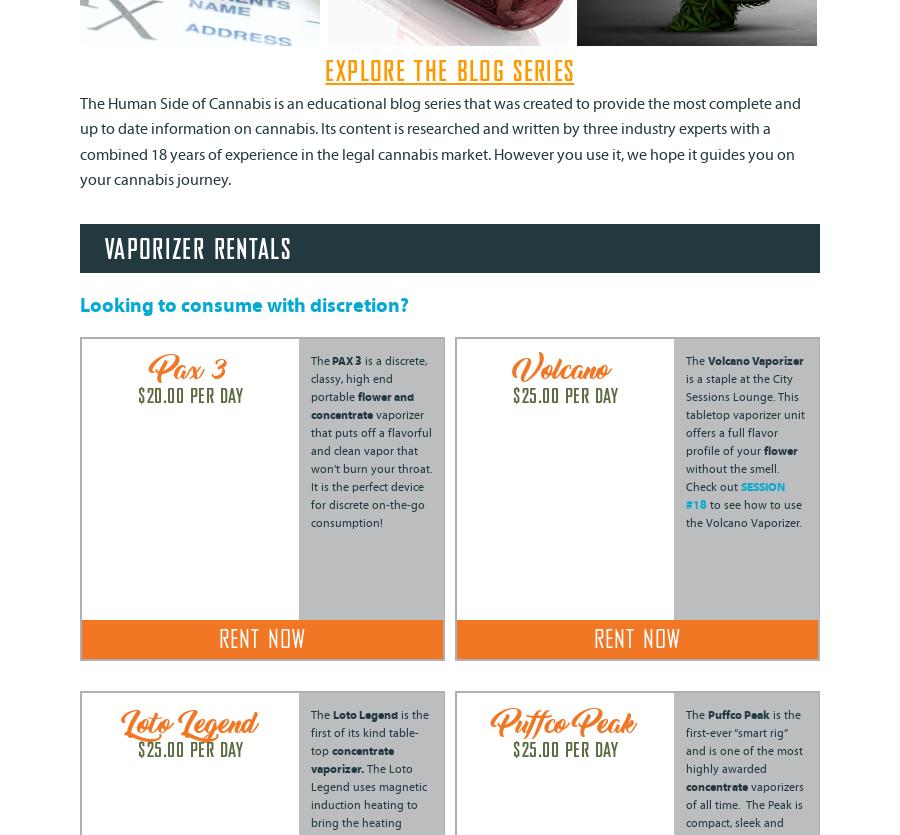 The image size is (900, 835). I want to click on 'is the first-ever “smart rig” and is one of the most highly awarded', so click(743, 741).